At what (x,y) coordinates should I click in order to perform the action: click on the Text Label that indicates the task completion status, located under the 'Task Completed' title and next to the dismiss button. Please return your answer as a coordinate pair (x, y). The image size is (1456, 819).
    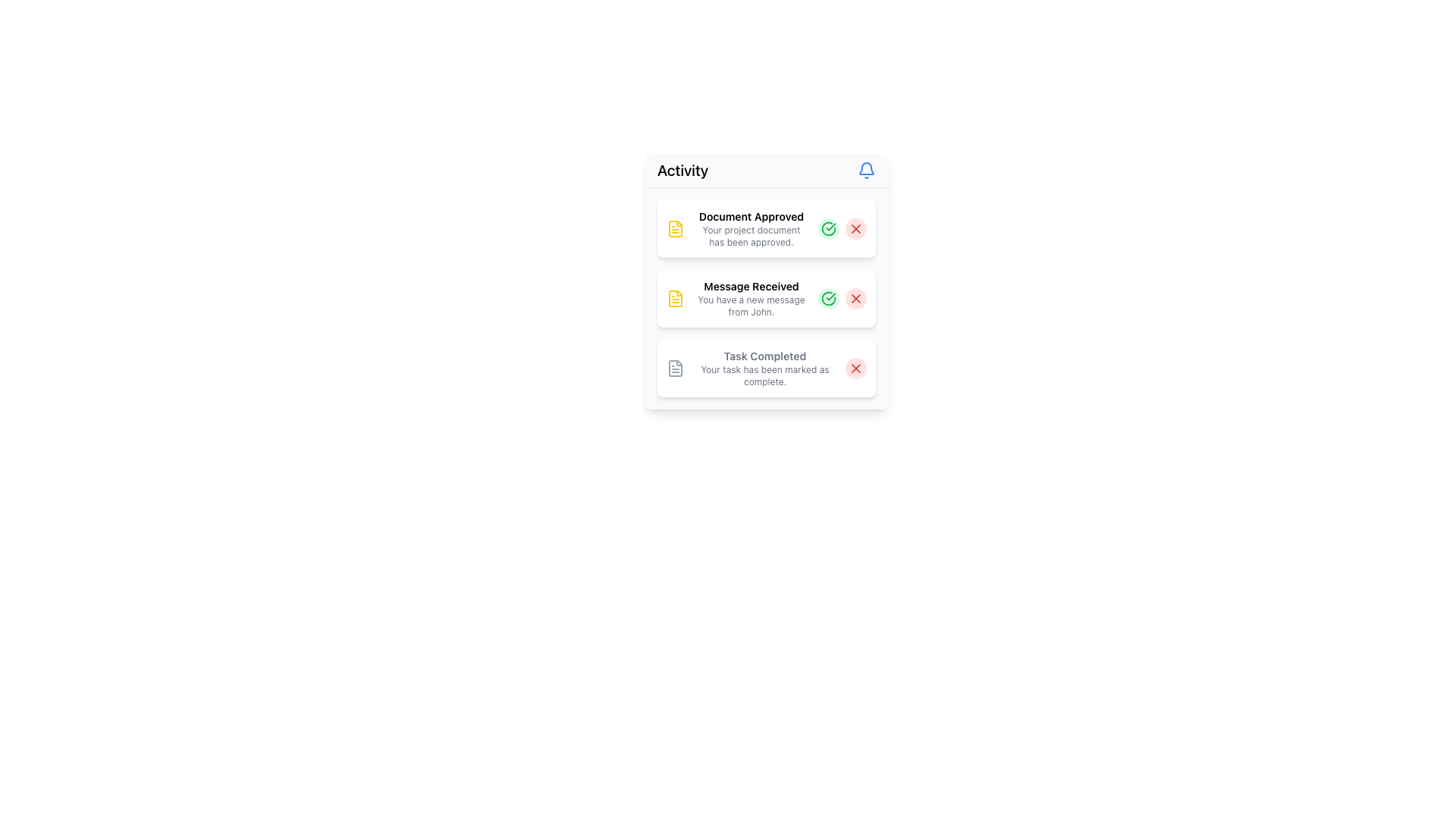
    Looking at the image, I should click on (764, 375).